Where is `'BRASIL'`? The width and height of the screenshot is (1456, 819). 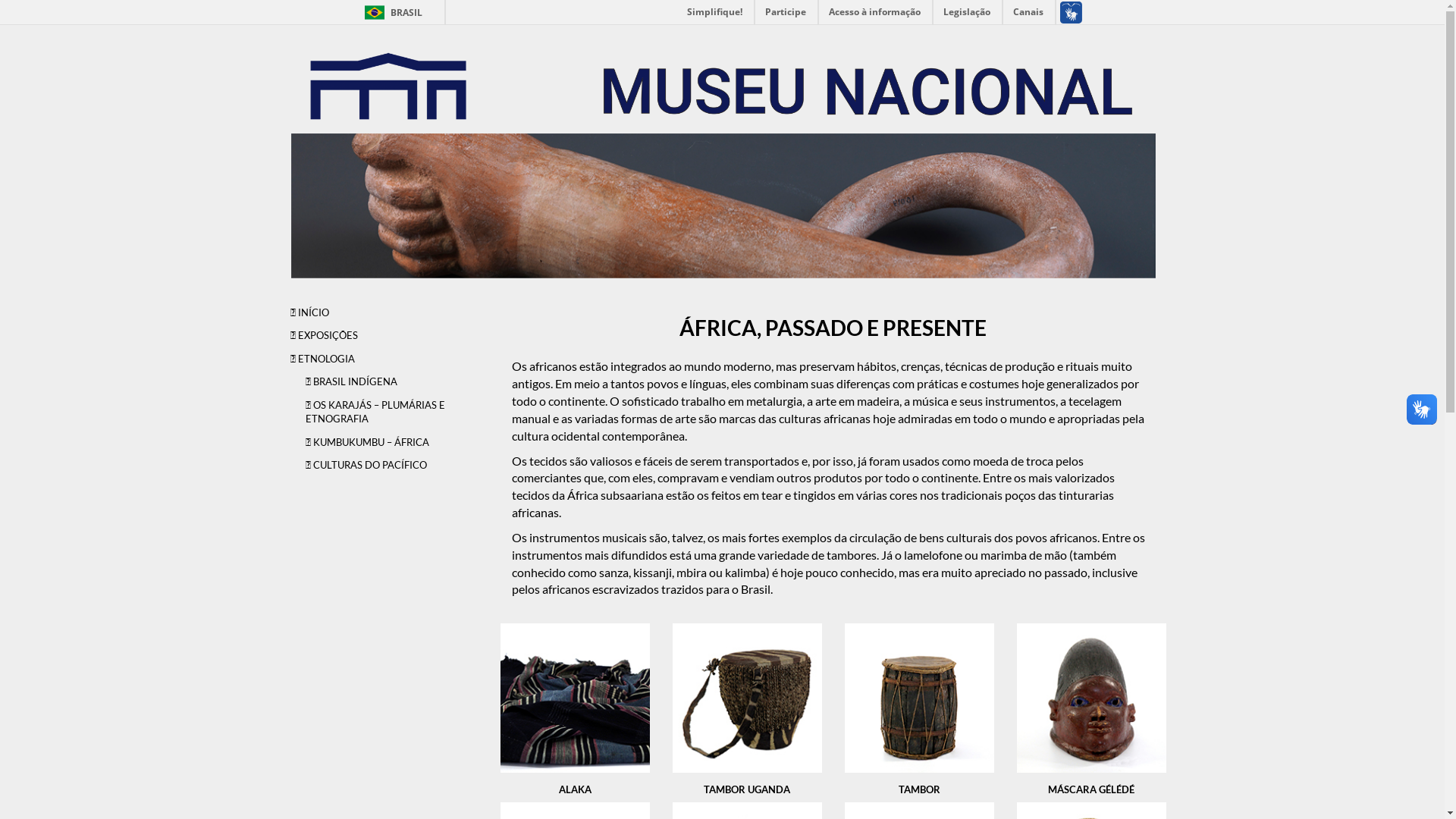
'BRASIL' is located at coordinates (374, 12).